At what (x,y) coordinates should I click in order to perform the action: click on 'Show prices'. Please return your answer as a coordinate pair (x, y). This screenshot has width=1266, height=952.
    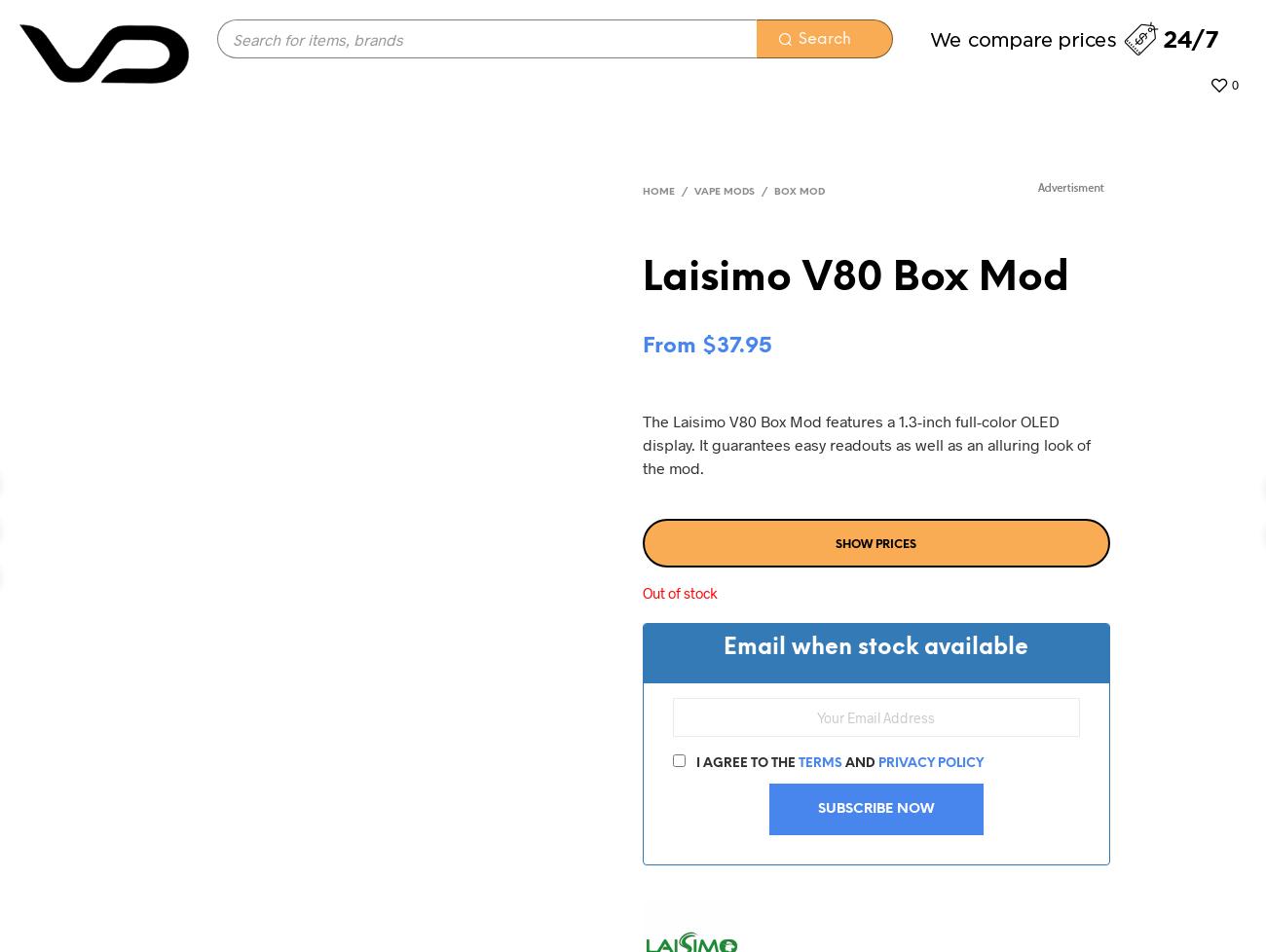
    Looking at the image, I should click on (875, 544).